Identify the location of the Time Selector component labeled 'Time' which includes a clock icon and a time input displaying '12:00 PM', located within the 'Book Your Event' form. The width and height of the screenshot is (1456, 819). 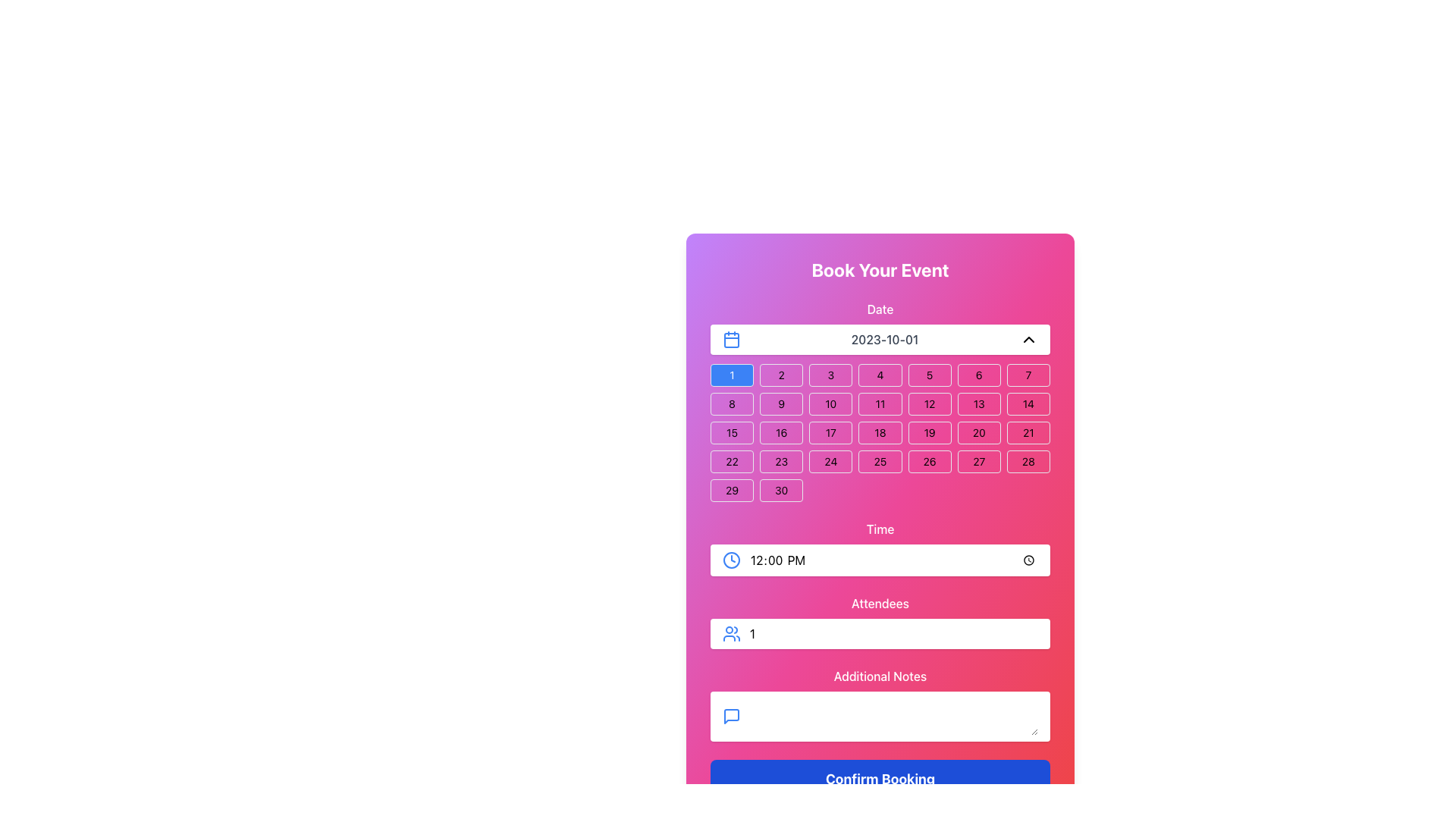
(880, 548).